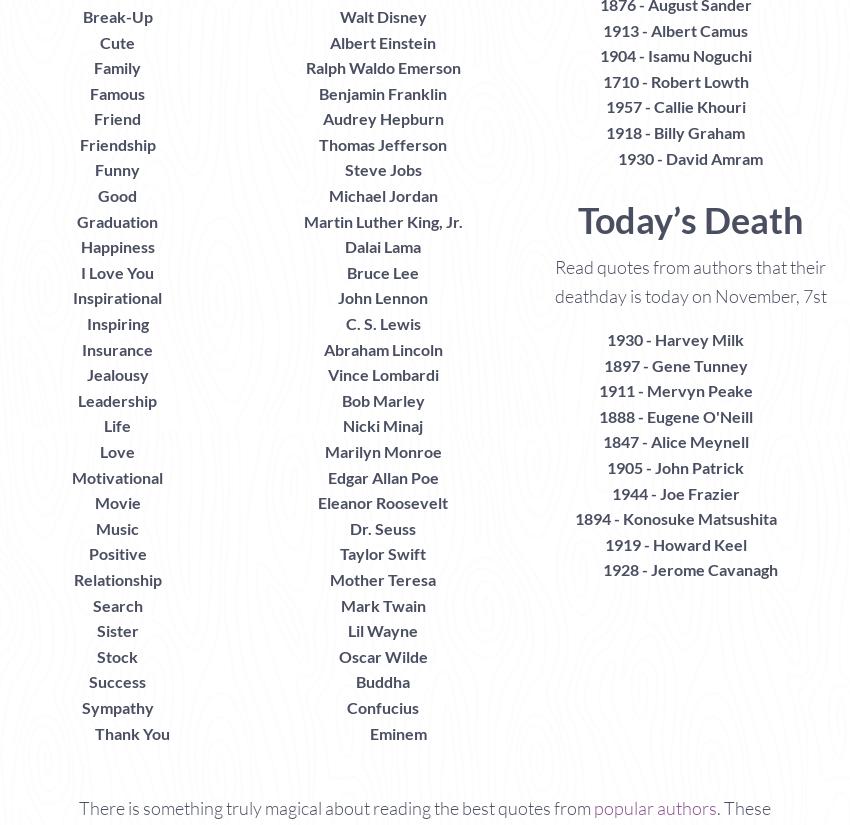  What do you see at coordinates (382, 502) in the screenshot?
I see `'Eleanor Roosevelt'` at bounding box center [382, 502].